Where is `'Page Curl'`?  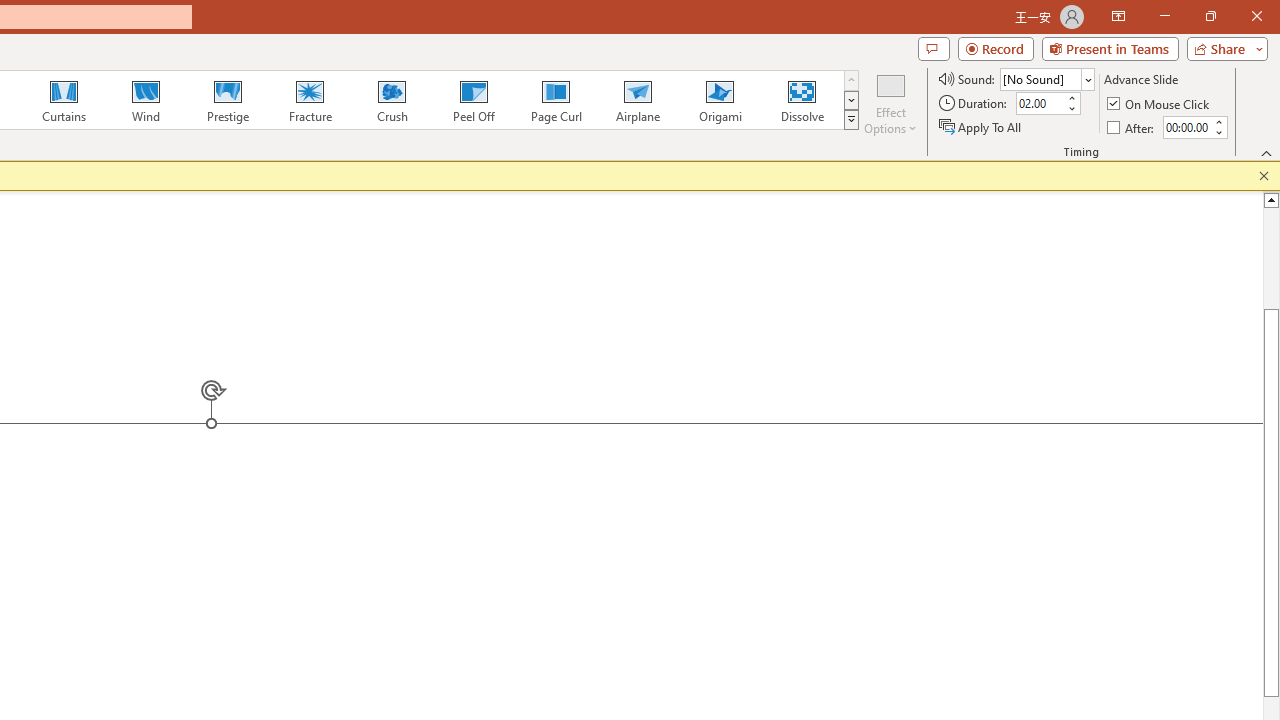
'Page Curl' is located at coordinates (555, 100).